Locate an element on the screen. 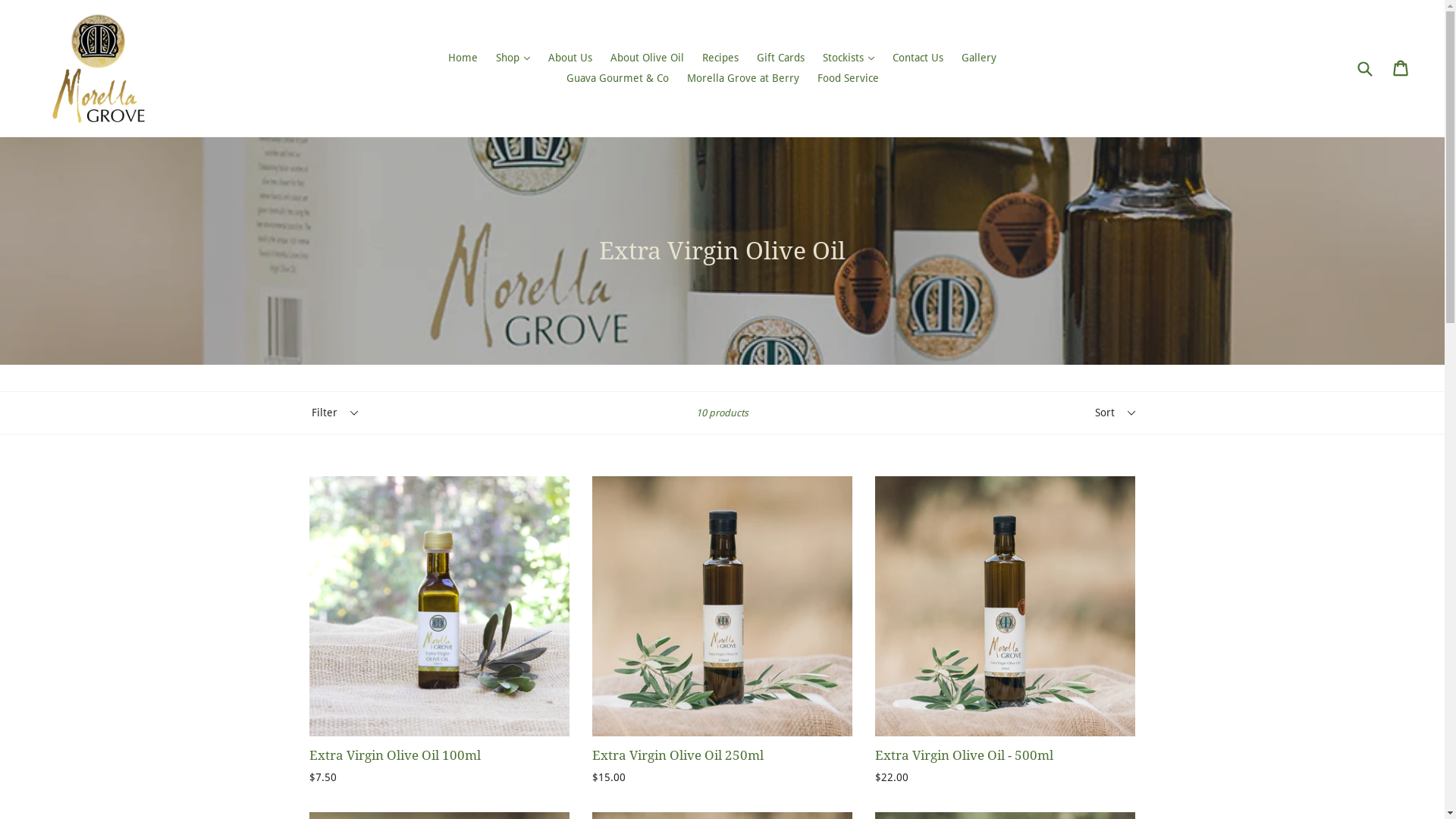  'Morella Grove at Berry' is located at coordinates (742, 78).